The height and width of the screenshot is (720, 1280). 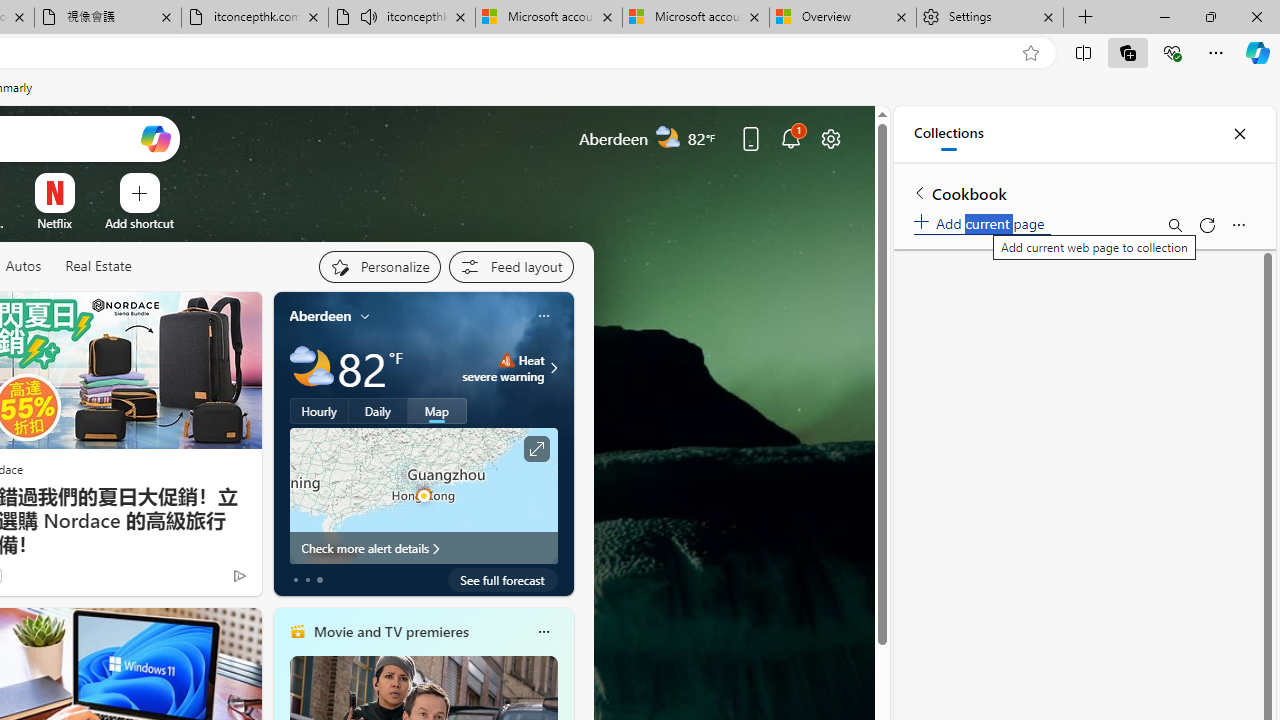 What do you see at coordinates (536, 448) in the screenshot?
I see `'Click to see more information'` at bounding box center [536, 448].